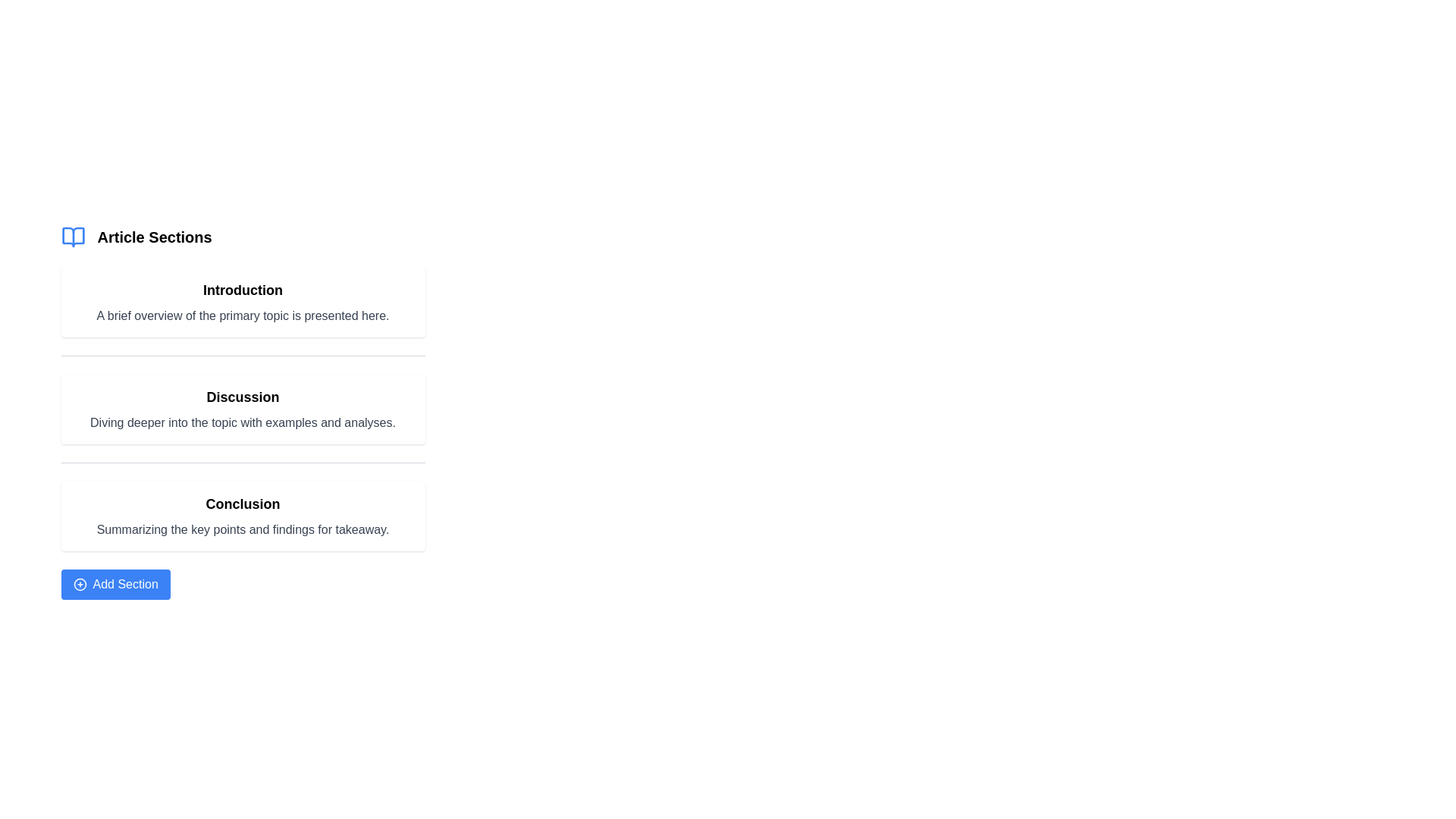  What do you see at coordinates (115, 584) in the screenshot?
I see `the button that triggers the addition of a new section, located at the bottom of the UI, under all section cards, aligned towards the left` at bounding box center [115, 584].